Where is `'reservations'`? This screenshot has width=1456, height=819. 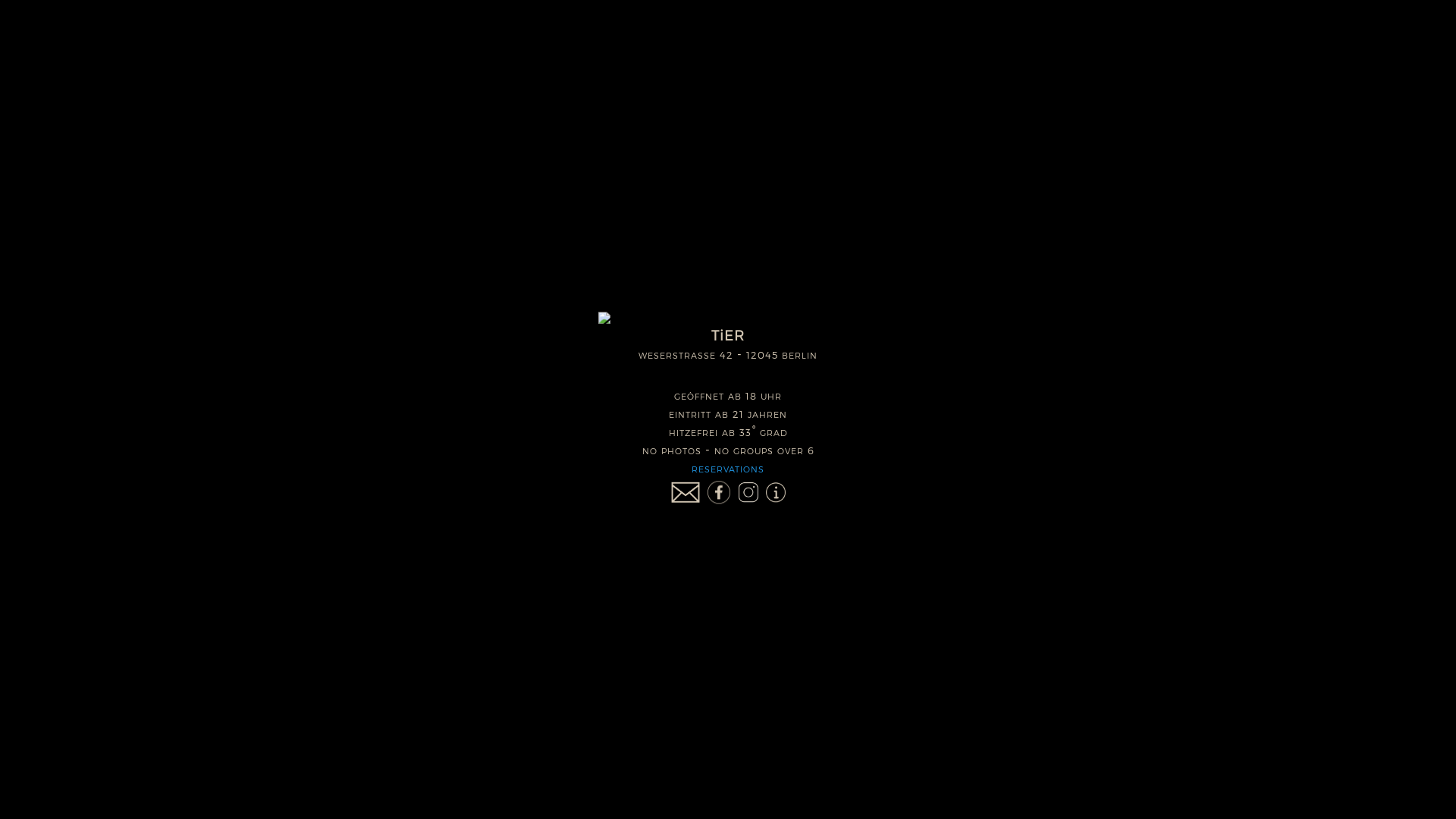
'reservations' is located at coordinates (728, 467).